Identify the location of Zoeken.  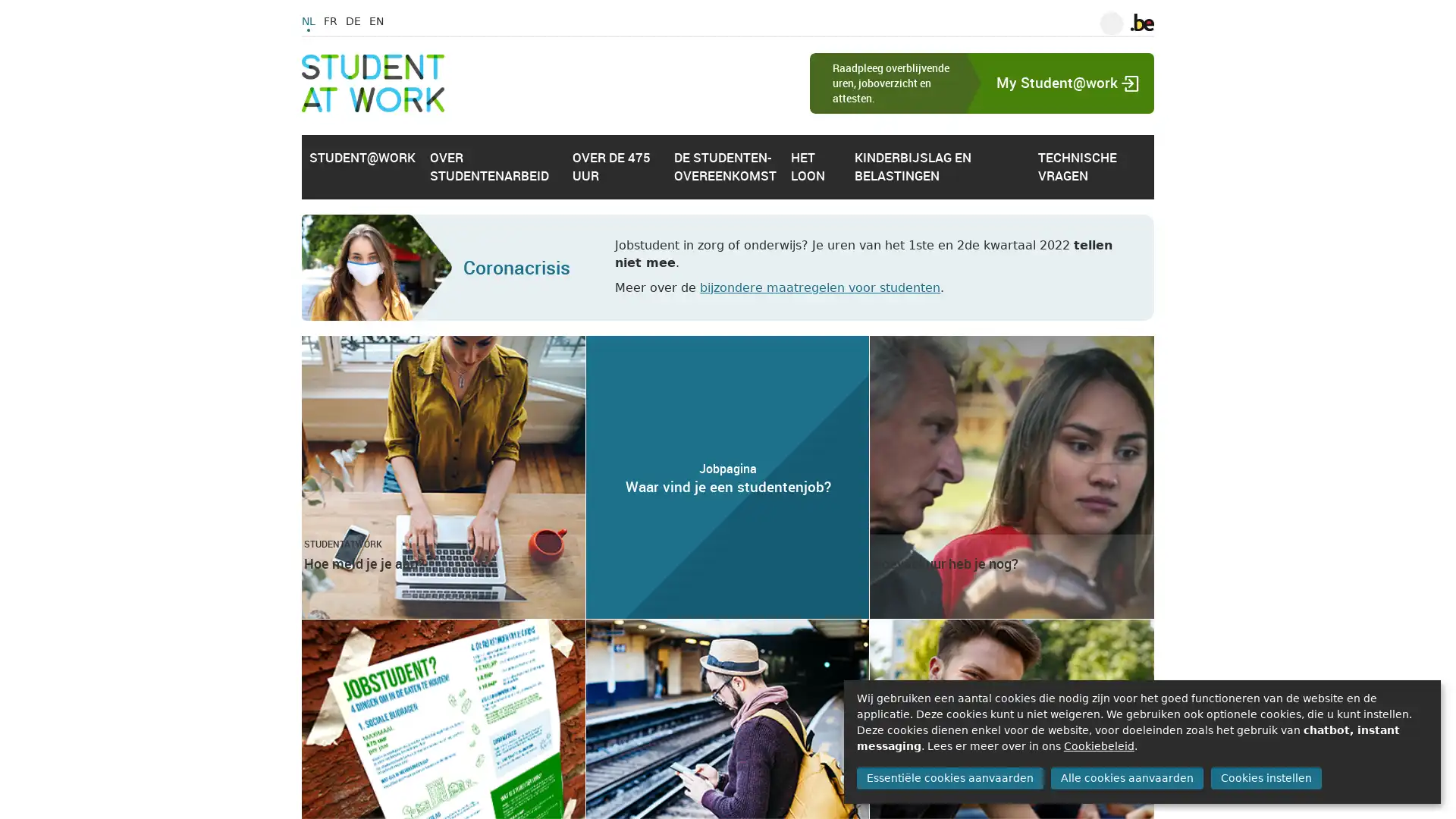
(1110, 23).